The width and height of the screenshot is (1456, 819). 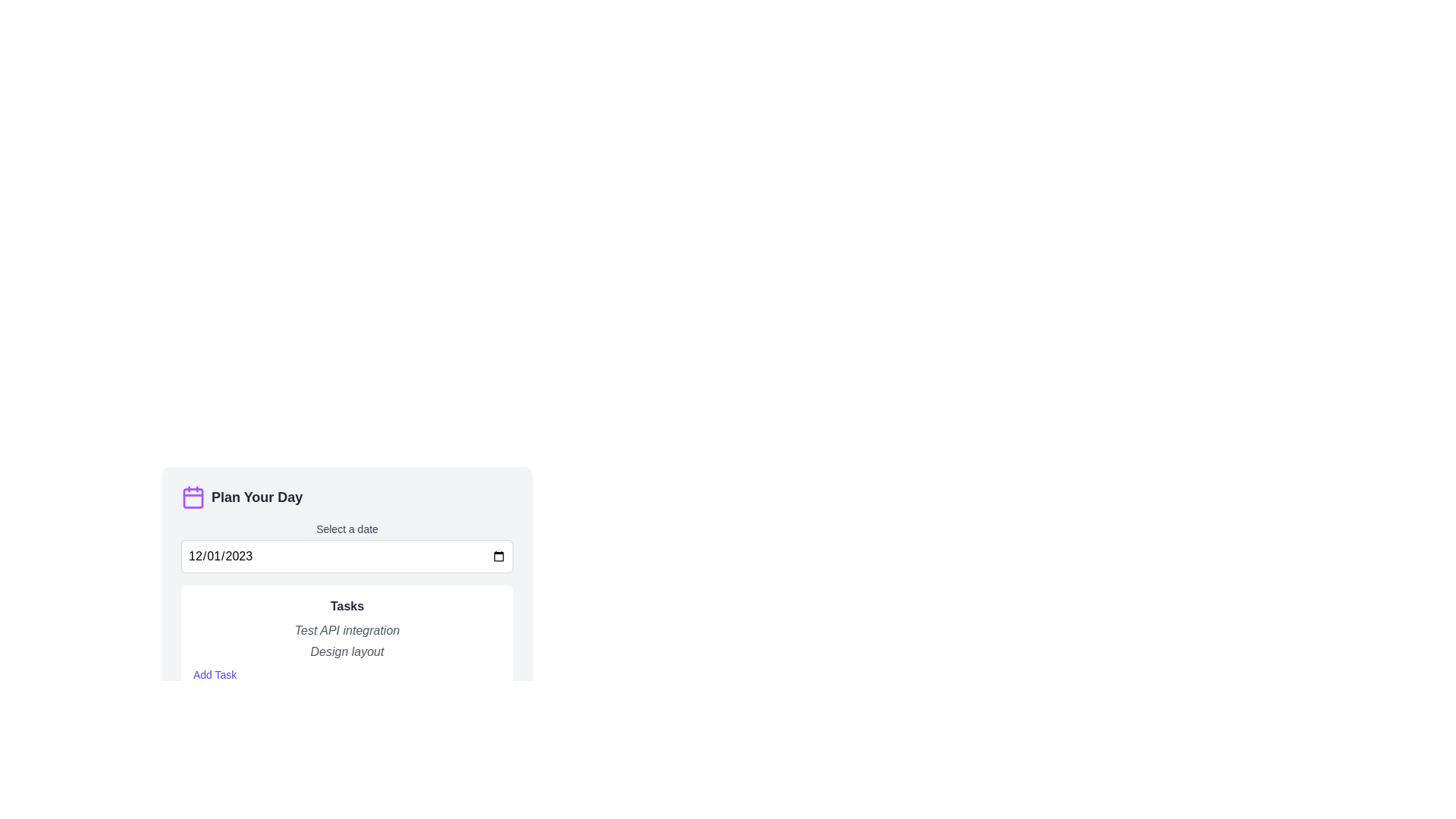 What do you see at coordinates (346, 564) in the screenshot?
I see `the date input field in the 'Plan Your Day' planner interface to select a date` at bounding box center [346, 564].